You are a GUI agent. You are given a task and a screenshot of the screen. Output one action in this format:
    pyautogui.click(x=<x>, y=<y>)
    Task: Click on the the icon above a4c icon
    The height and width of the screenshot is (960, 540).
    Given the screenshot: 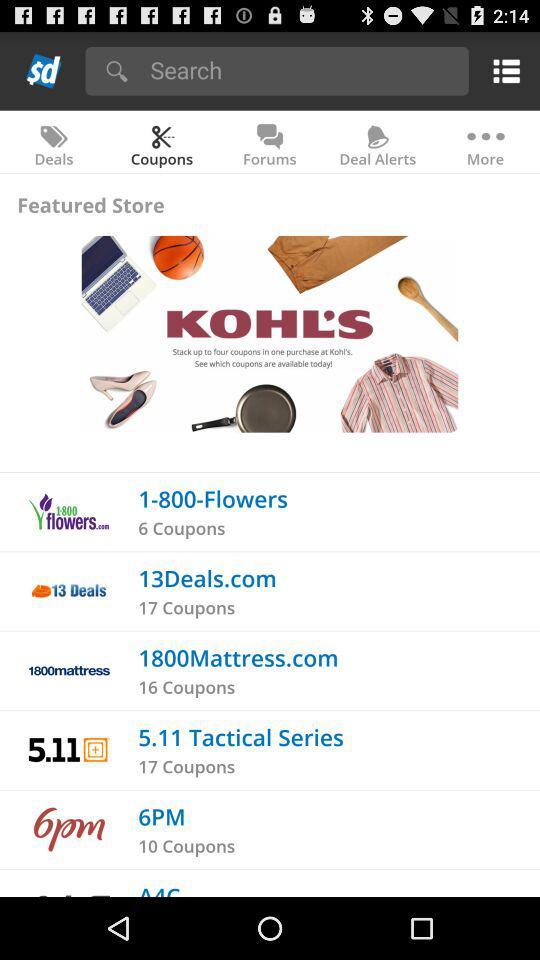 What is the action you would take?
    pyautogui.click(x=186, y=844)
    